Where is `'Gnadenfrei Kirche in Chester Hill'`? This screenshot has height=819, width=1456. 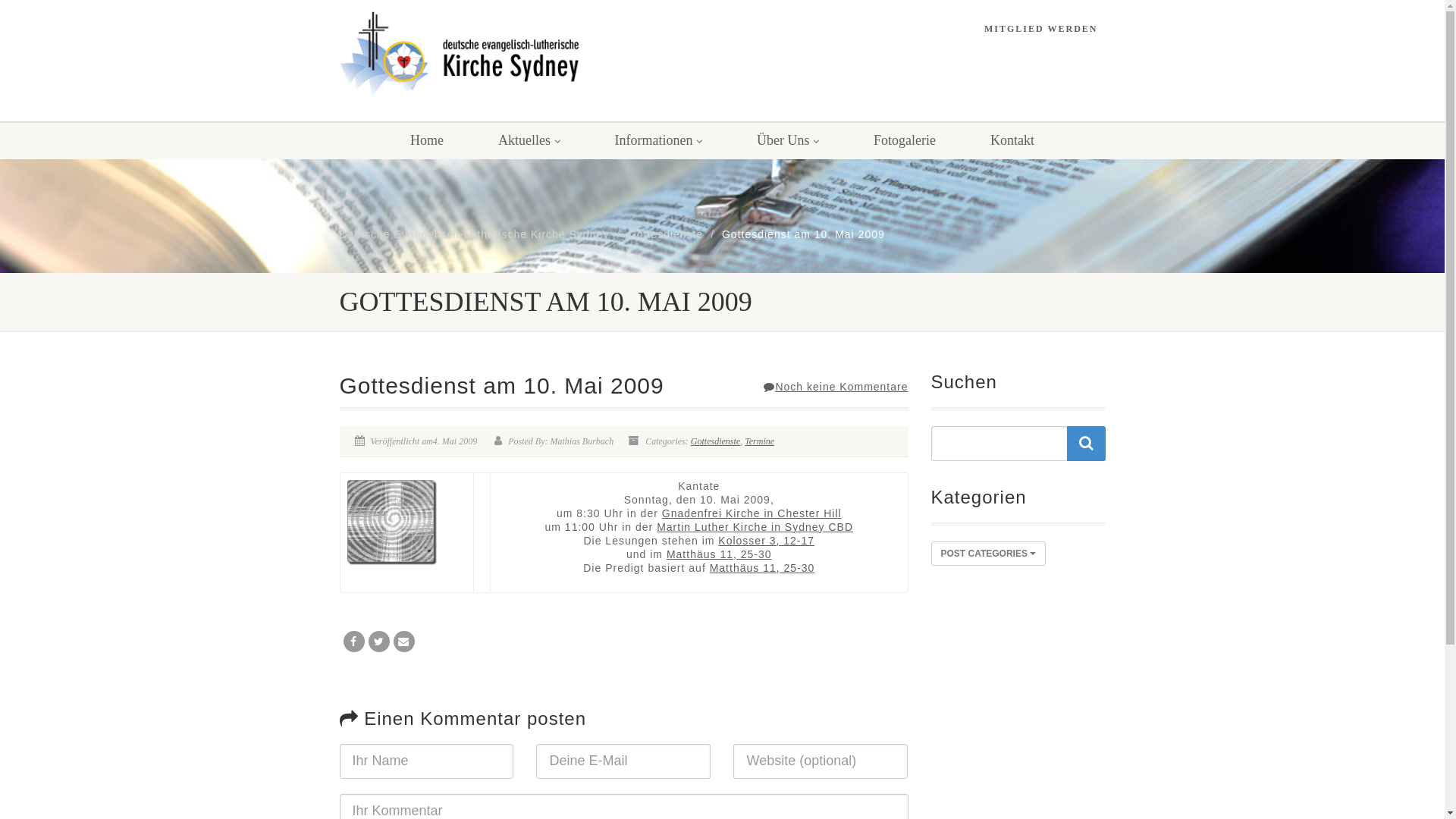
'Gnadenfrei Kirche in Chester Hill' is located at coordinates (752, 513).